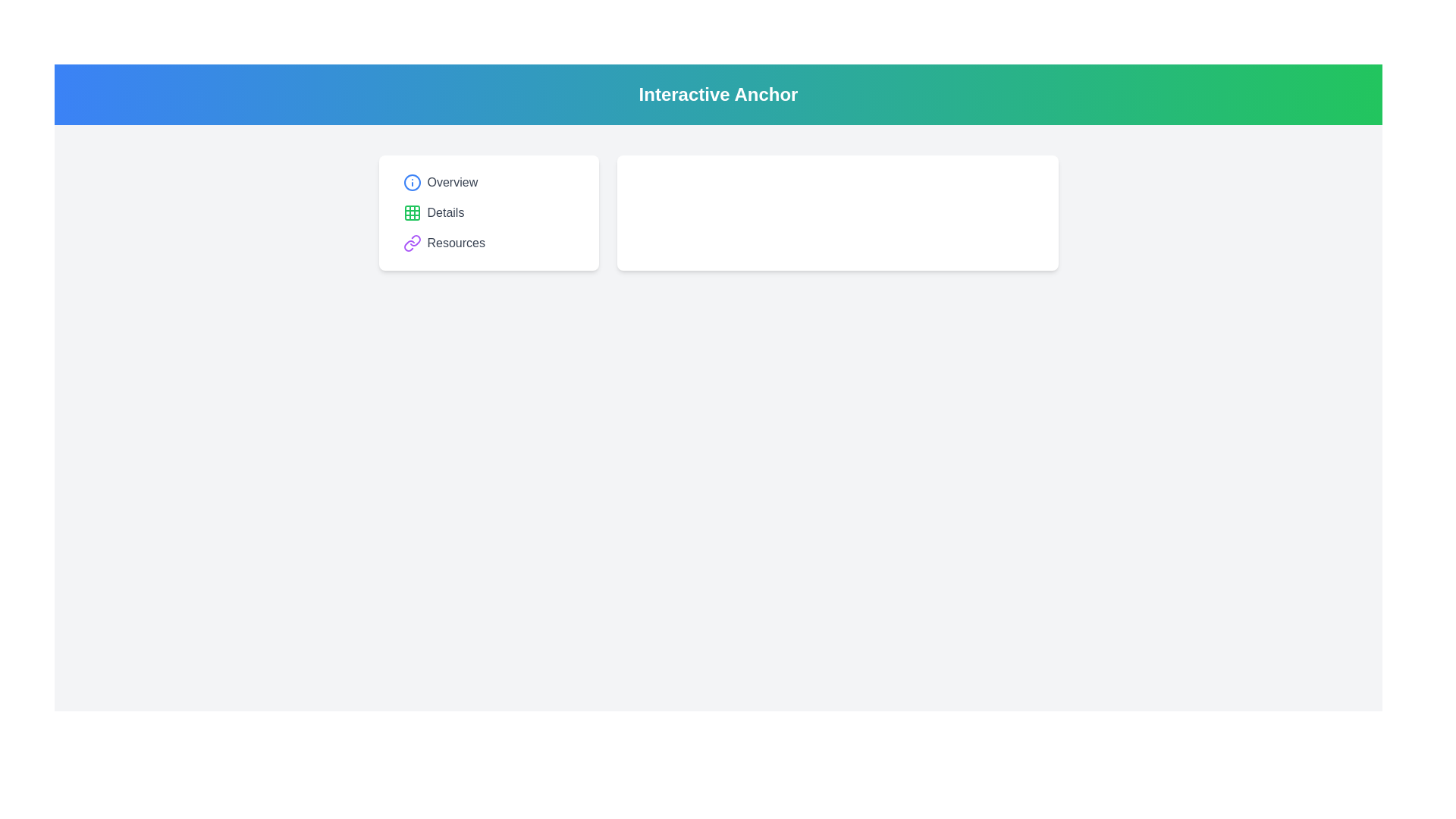 Image resolution: width=1456 pixels, height=819 pixels. What do you see at coordinates (444, 213) in the screenshot?
I see `text of the 'Details' label, which is displayed in gray color and positioned above the 'Resources' label and after the green grid icon` at bounding box center [444, 213].